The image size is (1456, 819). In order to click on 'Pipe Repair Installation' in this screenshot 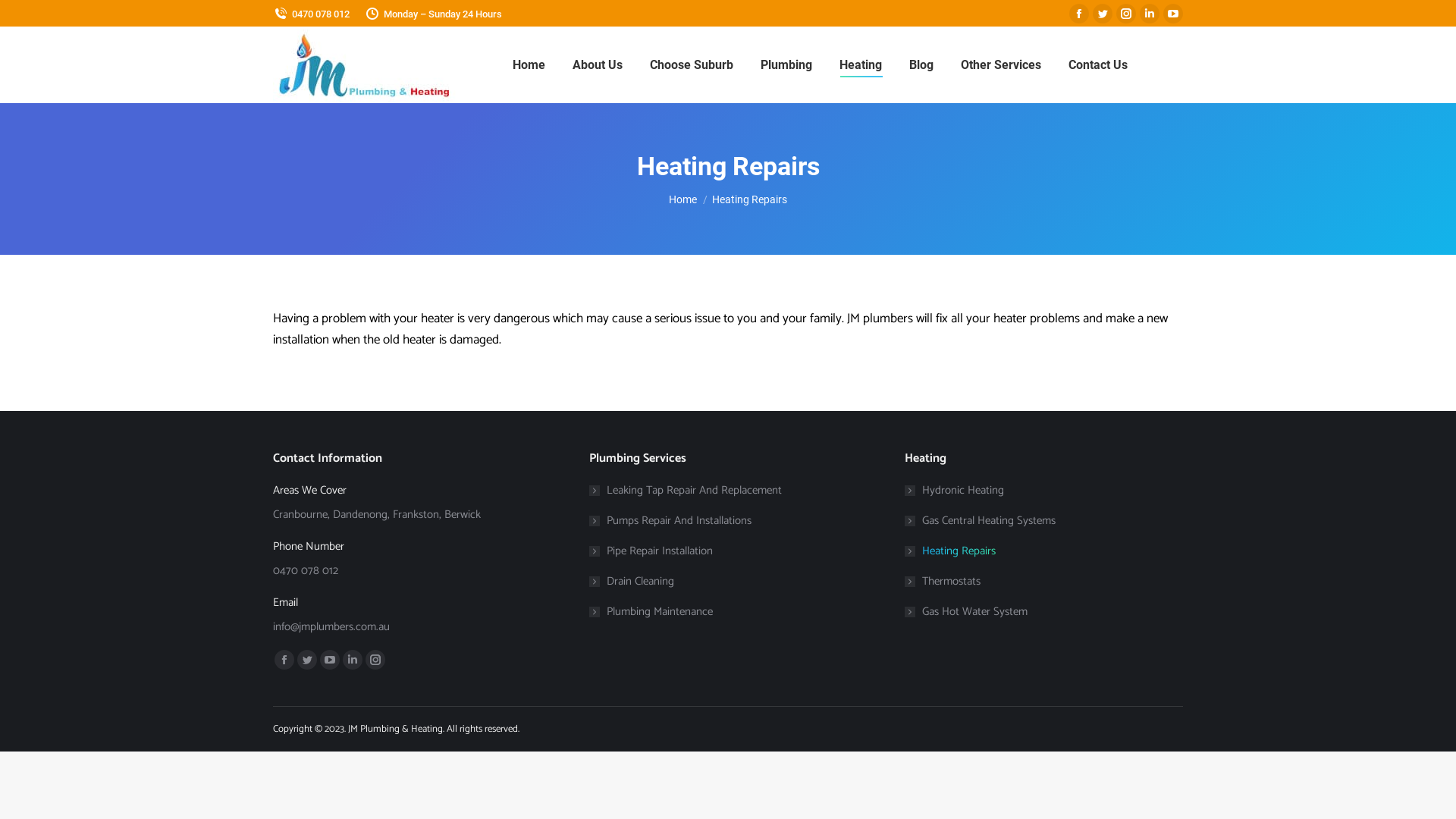, I will do `click(651, 551)`.